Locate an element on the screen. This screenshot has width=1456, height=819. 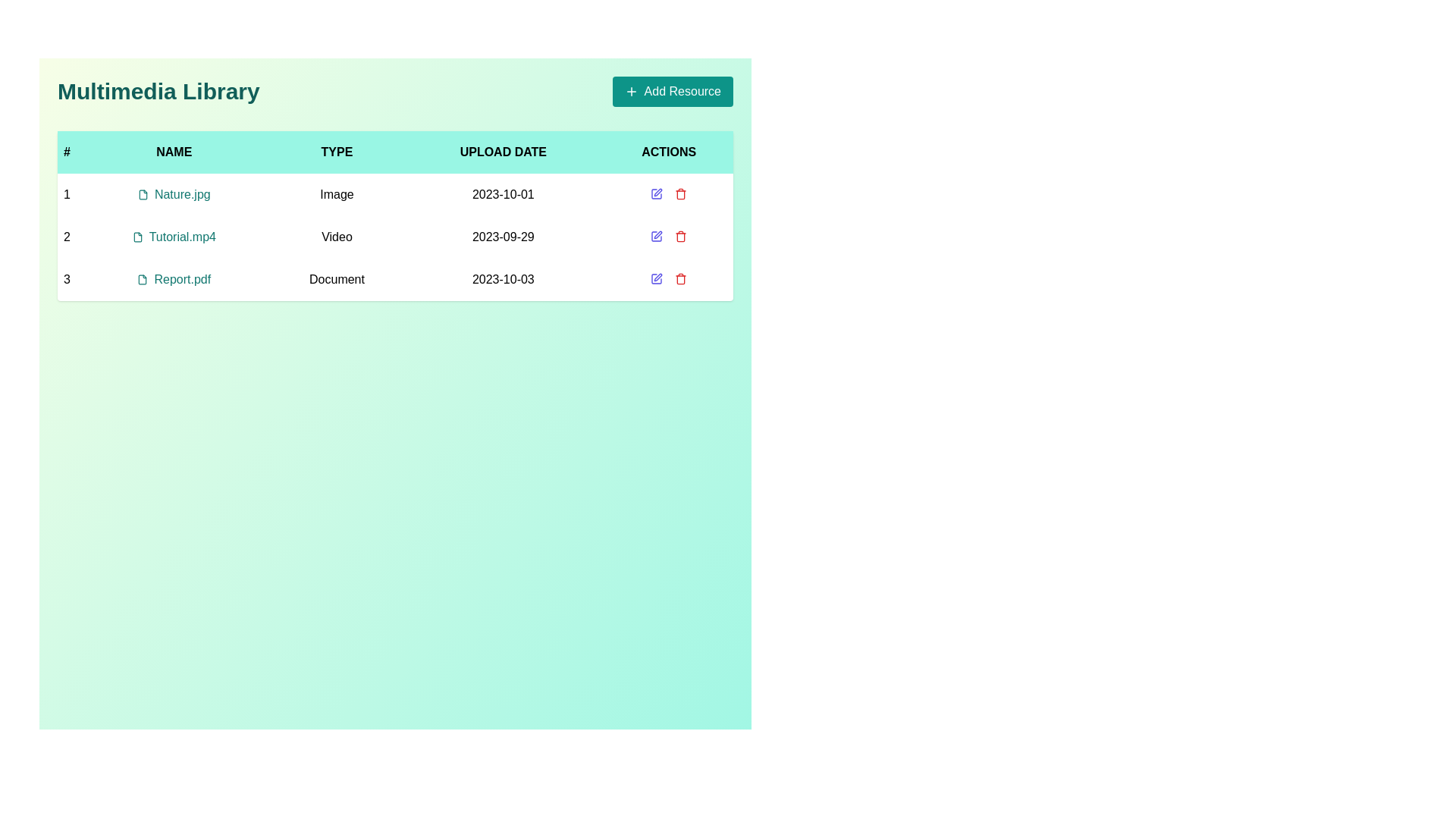
the edit icon (pen) in the actions column of the table row for 'Tutorial.mp4 Video 2023-09-29' to modify the row data is located at coordinates (668, 237).